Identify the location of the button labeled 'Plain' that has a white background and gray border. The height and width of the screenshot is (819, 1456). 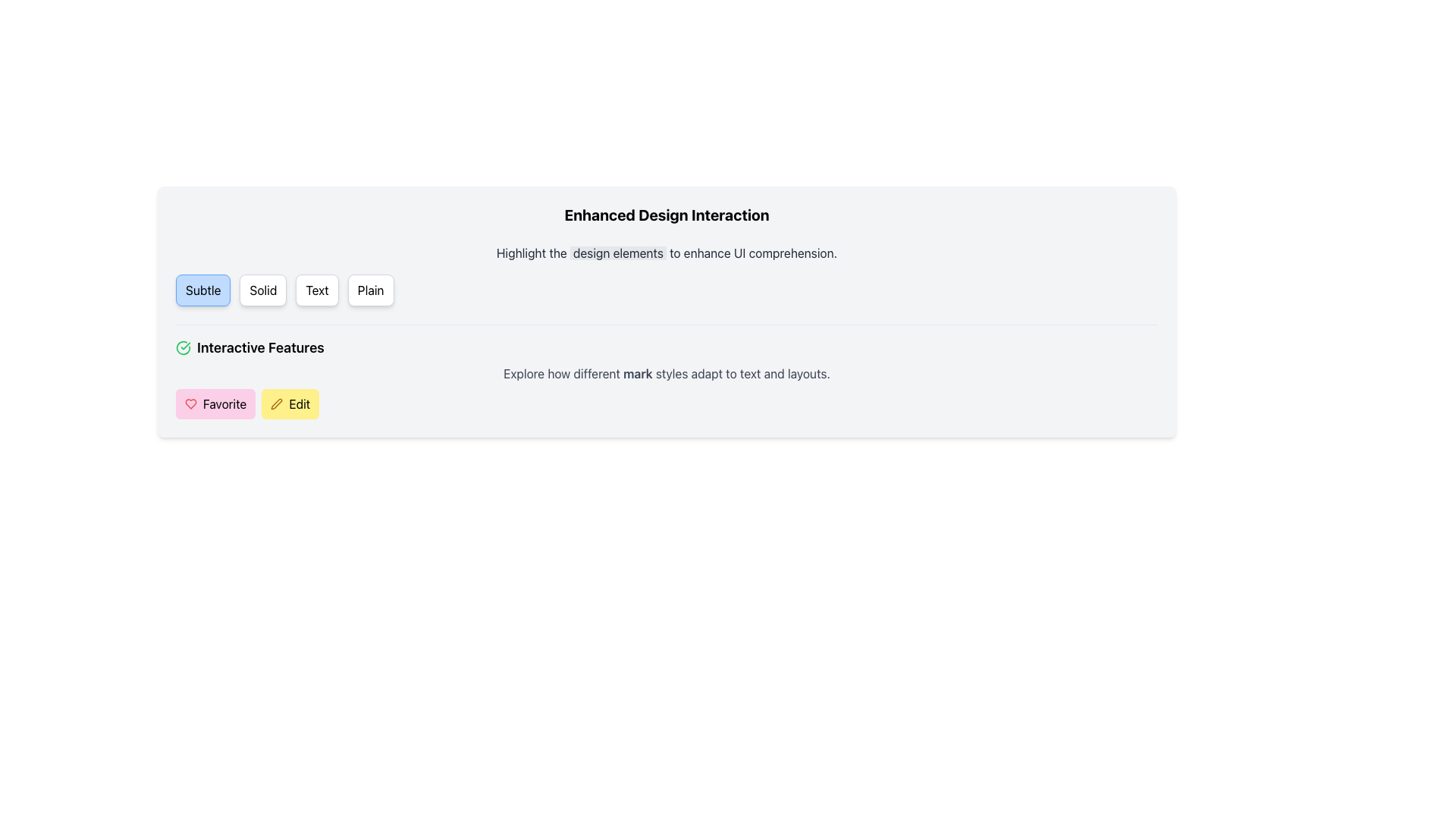
(371, 290).